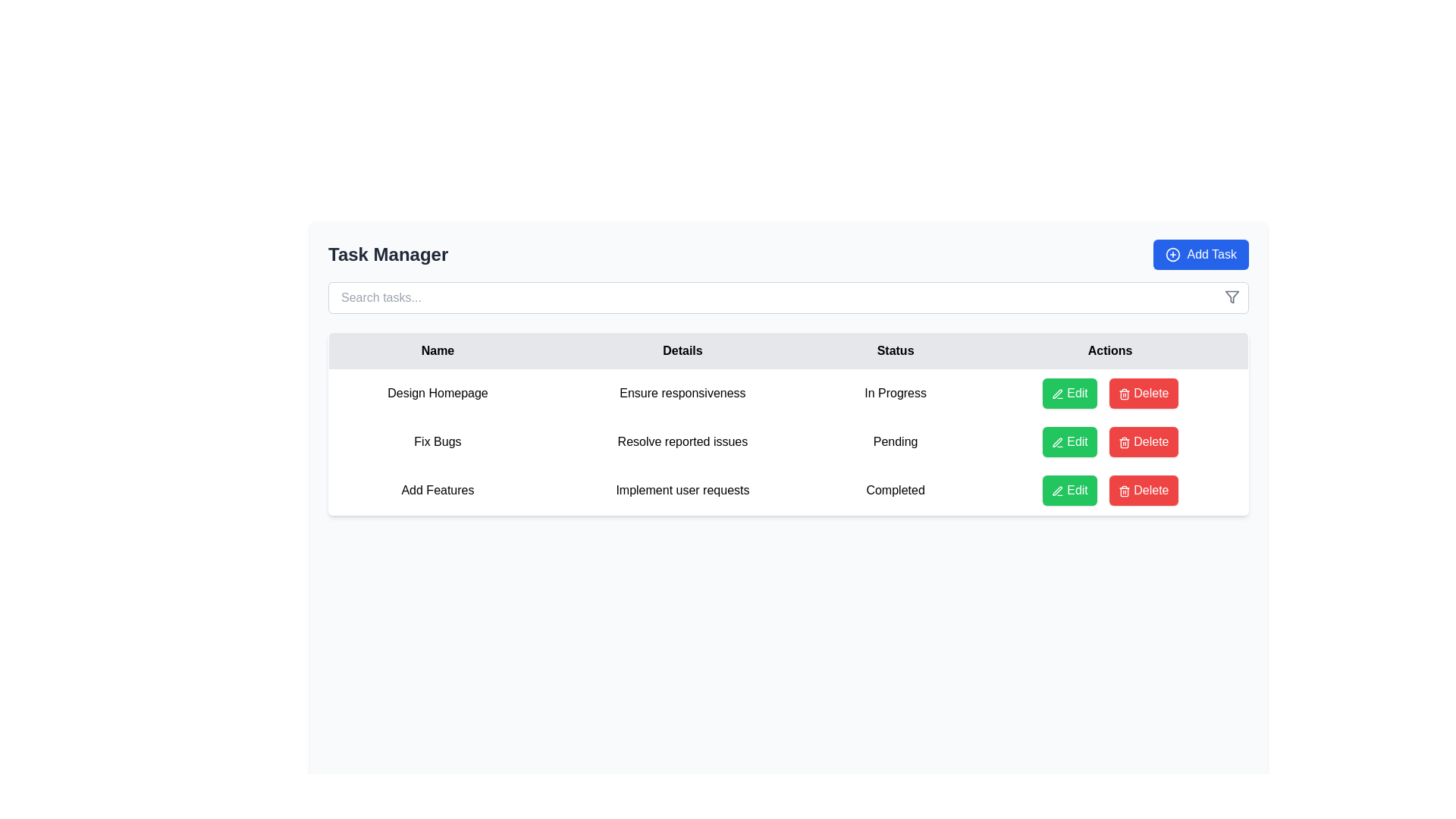  Describe the element at coordinates (1068, 491) in the screenshot. I see `the 'Edit' button, which is the second button in the 'Actions' column of the last row in the table, to initiate the editing functionality for the associated row` at that location.